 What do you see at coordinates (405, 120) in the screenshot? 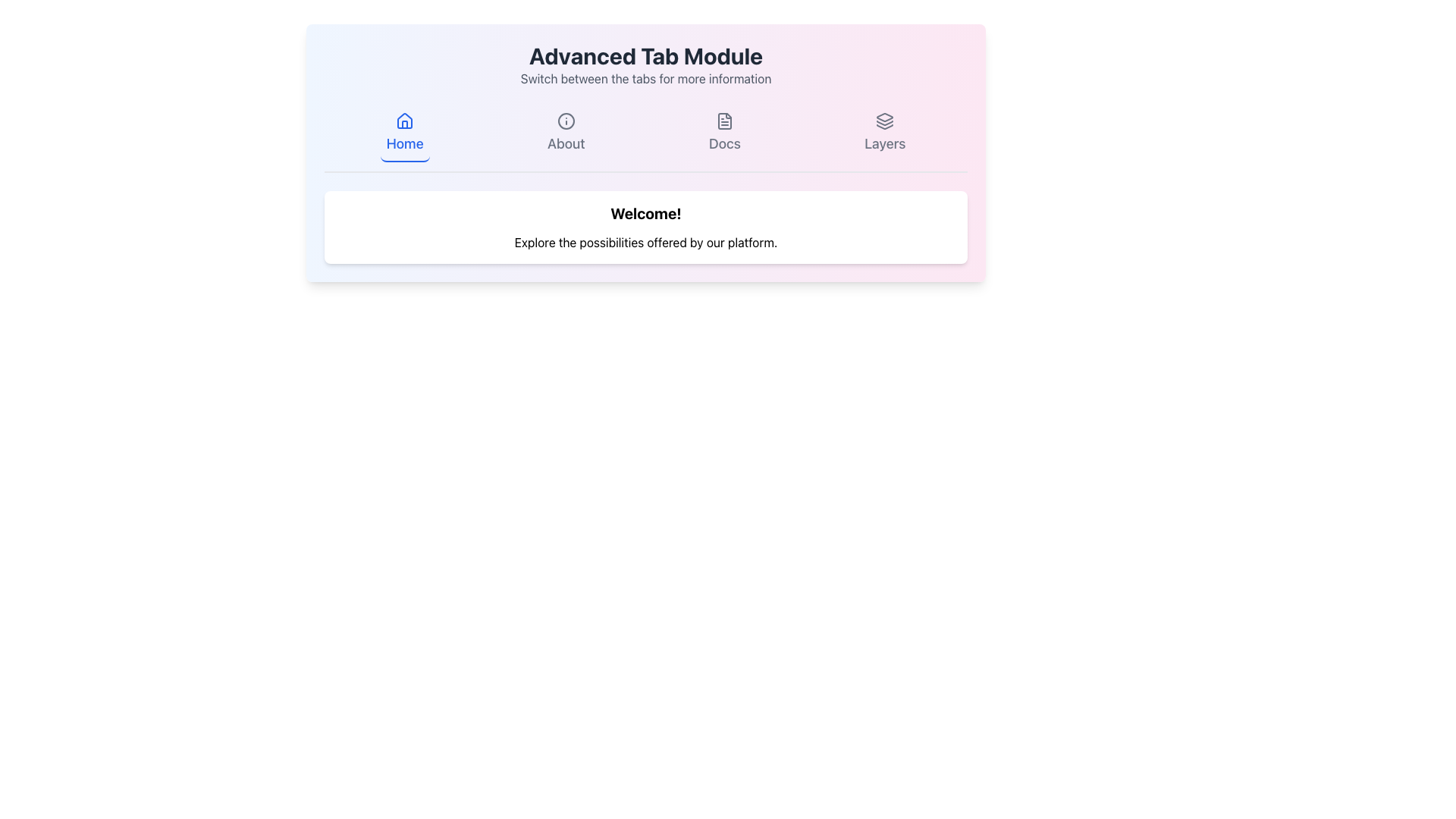
I see `the 'Home' icon located at the top-left side of the navigation bar` at bounding box center [405, 120].